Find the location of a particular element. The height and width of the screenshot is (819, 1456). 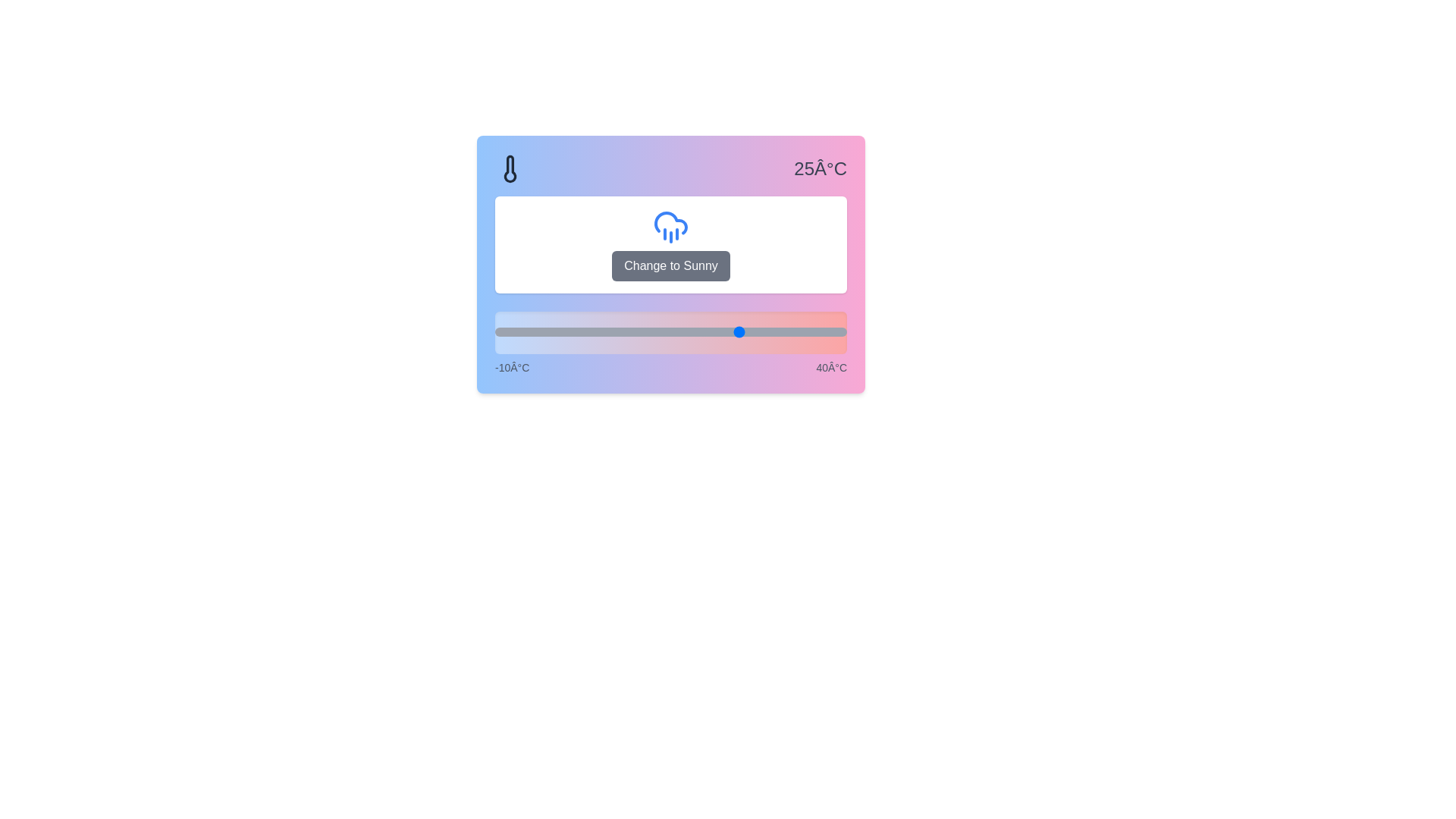

button labeled 'Change to Sunny' to toggle the weather condition is located at coordinates (670, 265).